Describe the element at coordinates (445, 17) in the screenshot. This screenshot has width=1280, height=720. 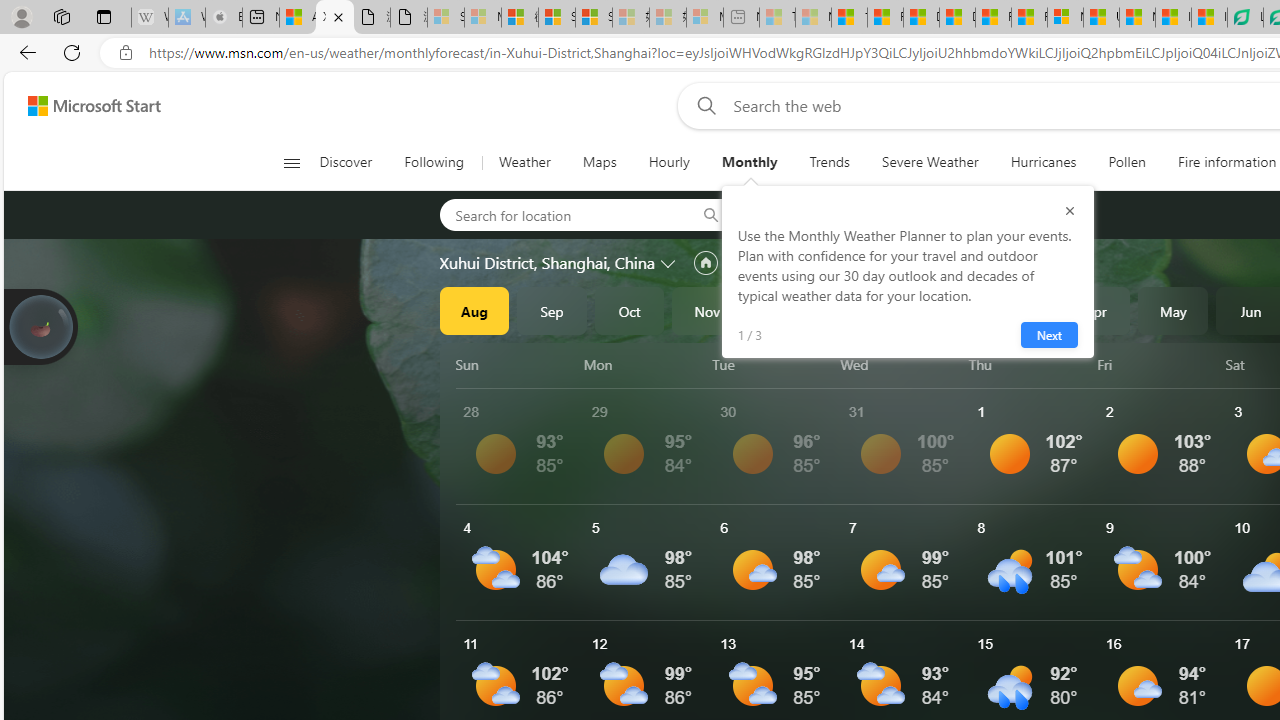
I see `'Sign in to your Microsoft account - Sleeping'` at that location.